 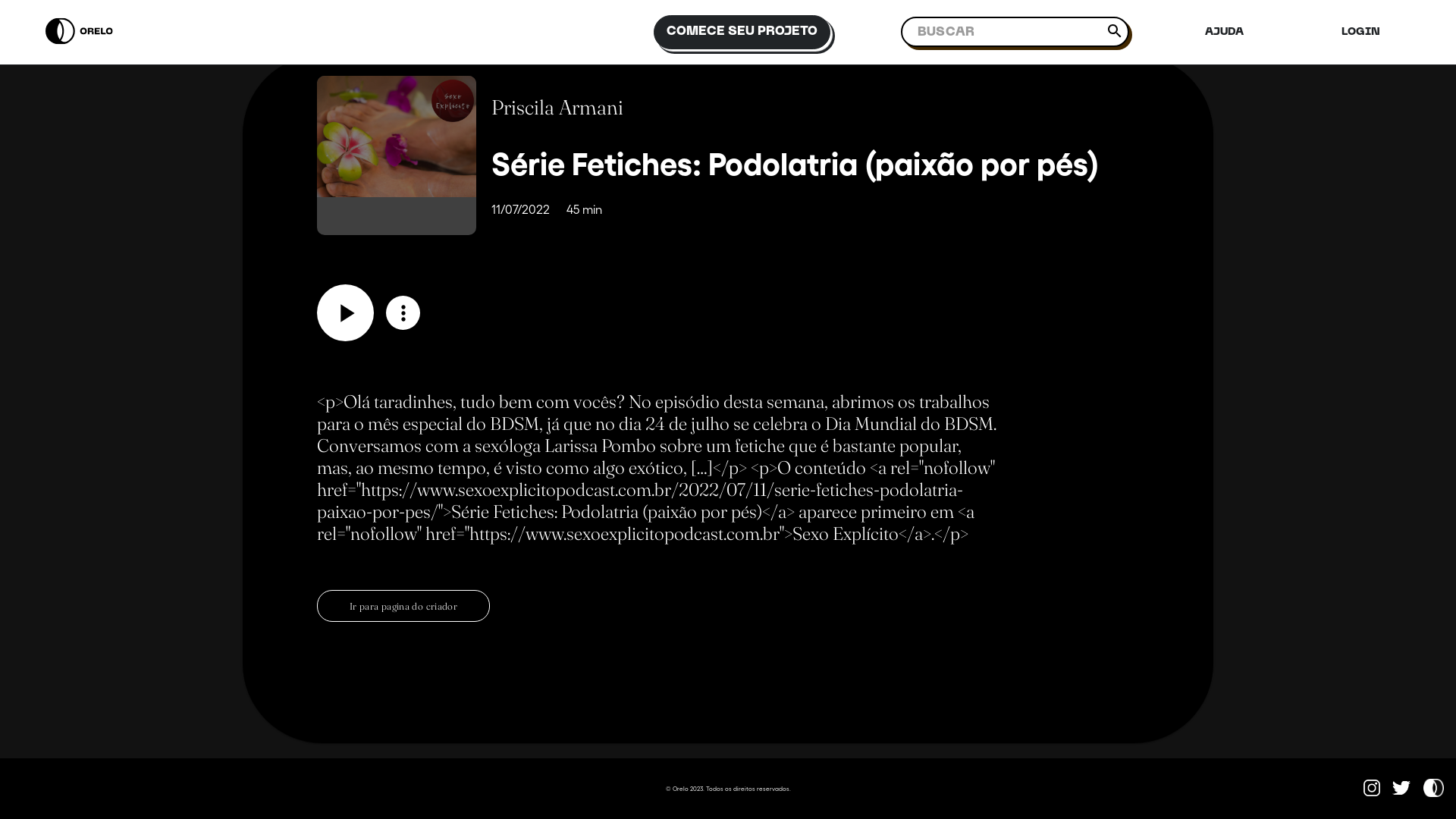 What do you see at coordinates (1200, 32) in the screenshot?
I see `'AJUDA'` at bounding box center [1200, 32].